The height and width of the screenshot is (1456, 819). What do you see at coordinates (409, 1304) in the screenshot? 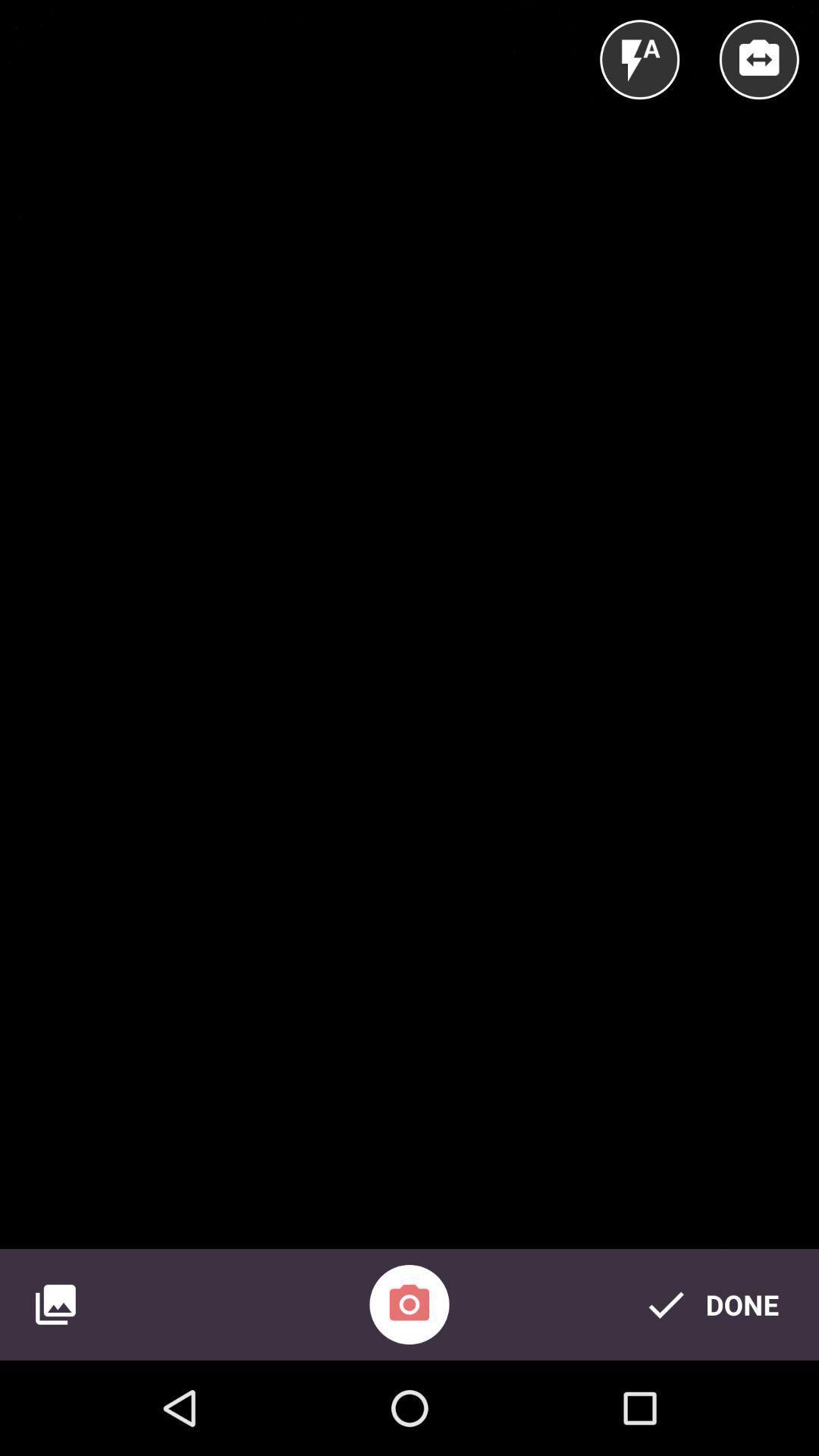
I see `the photo icon` at bounding box center [409, 1304].